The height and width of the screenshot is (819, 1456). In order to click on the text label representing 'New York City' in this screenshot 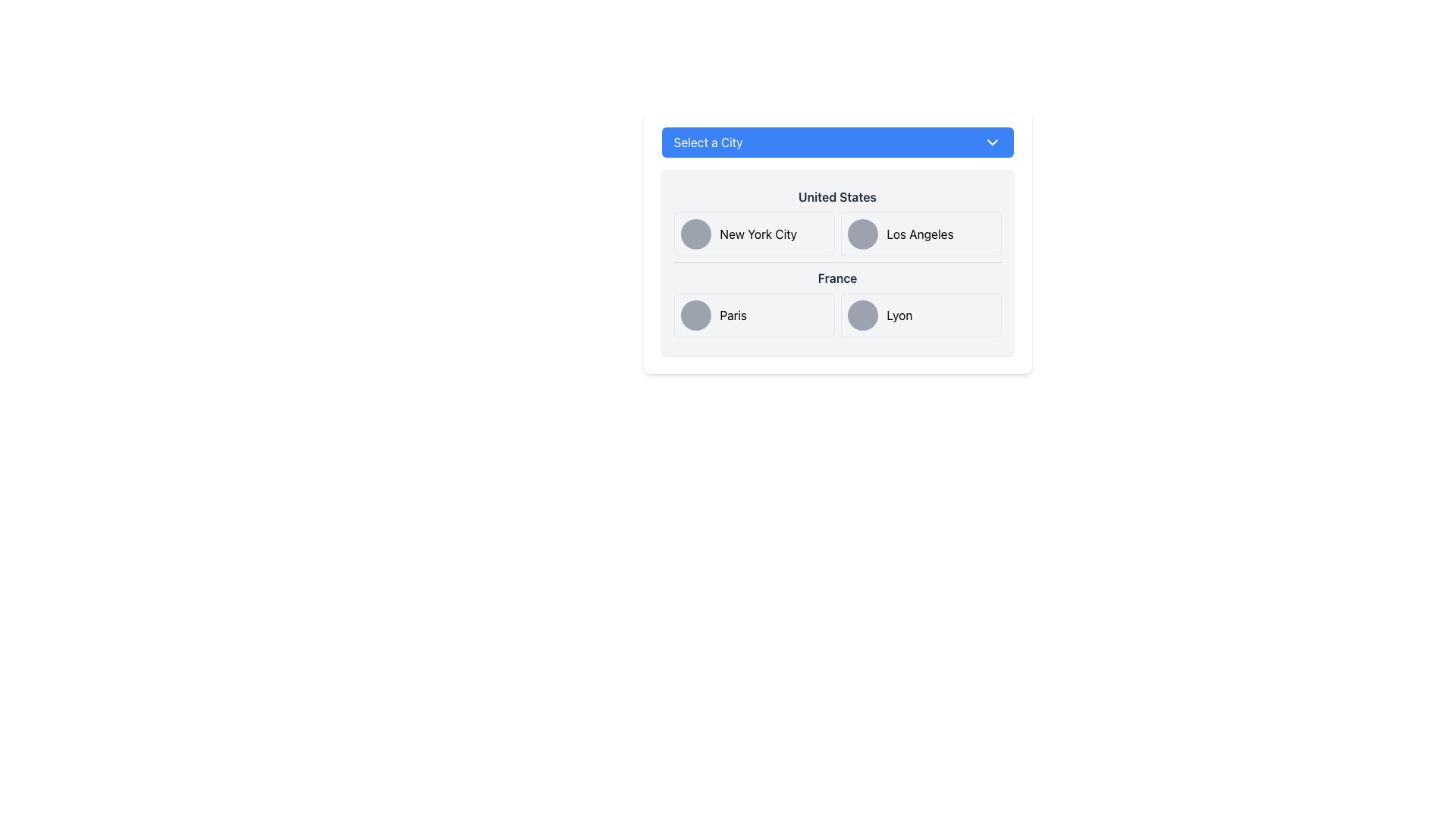, I will do `click(758, 234)`.